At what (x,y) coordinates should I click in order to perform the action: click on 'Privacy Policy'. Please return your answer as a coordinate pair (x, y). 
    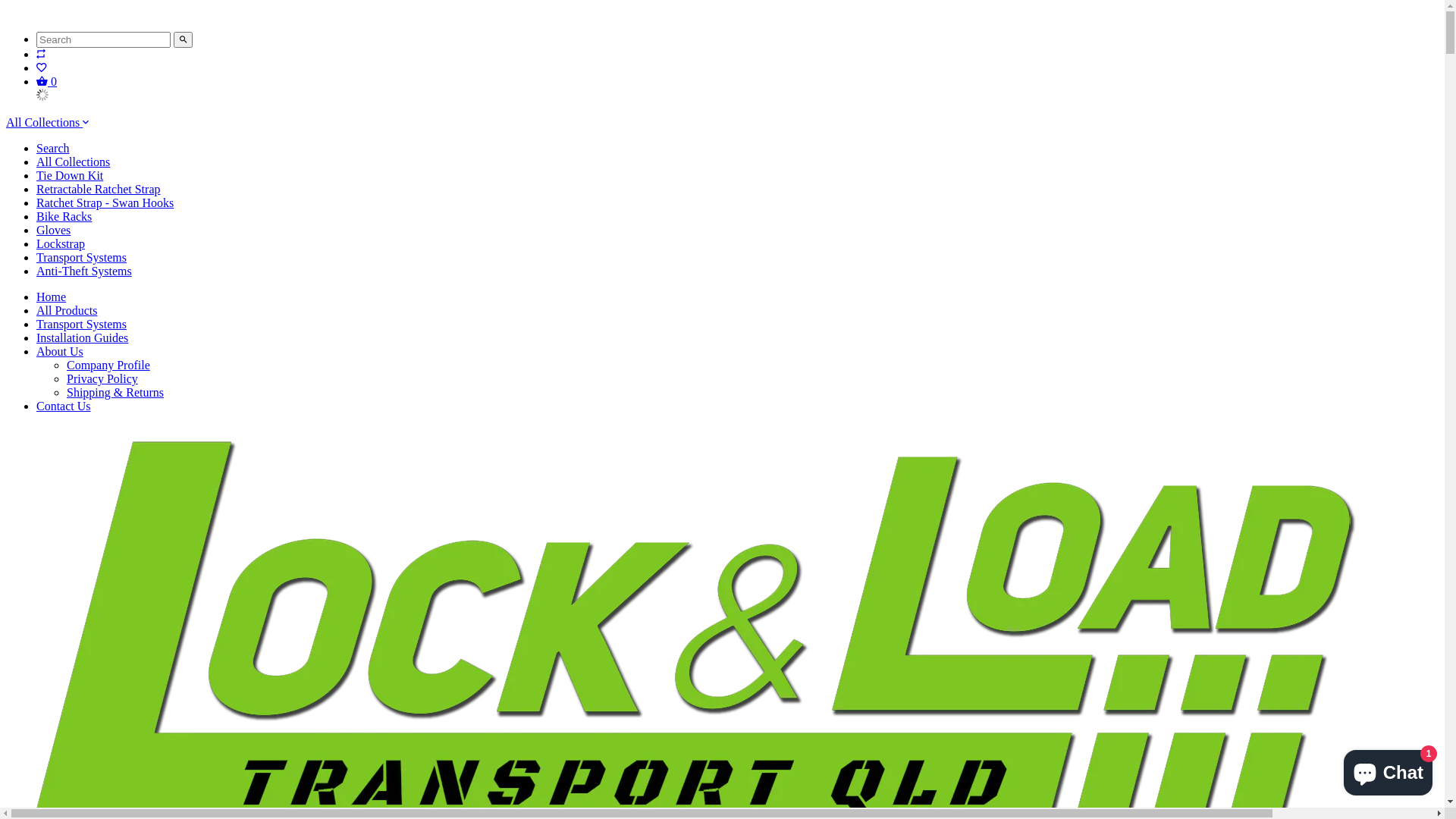
    Looking at the image, I should click on (101, 378).